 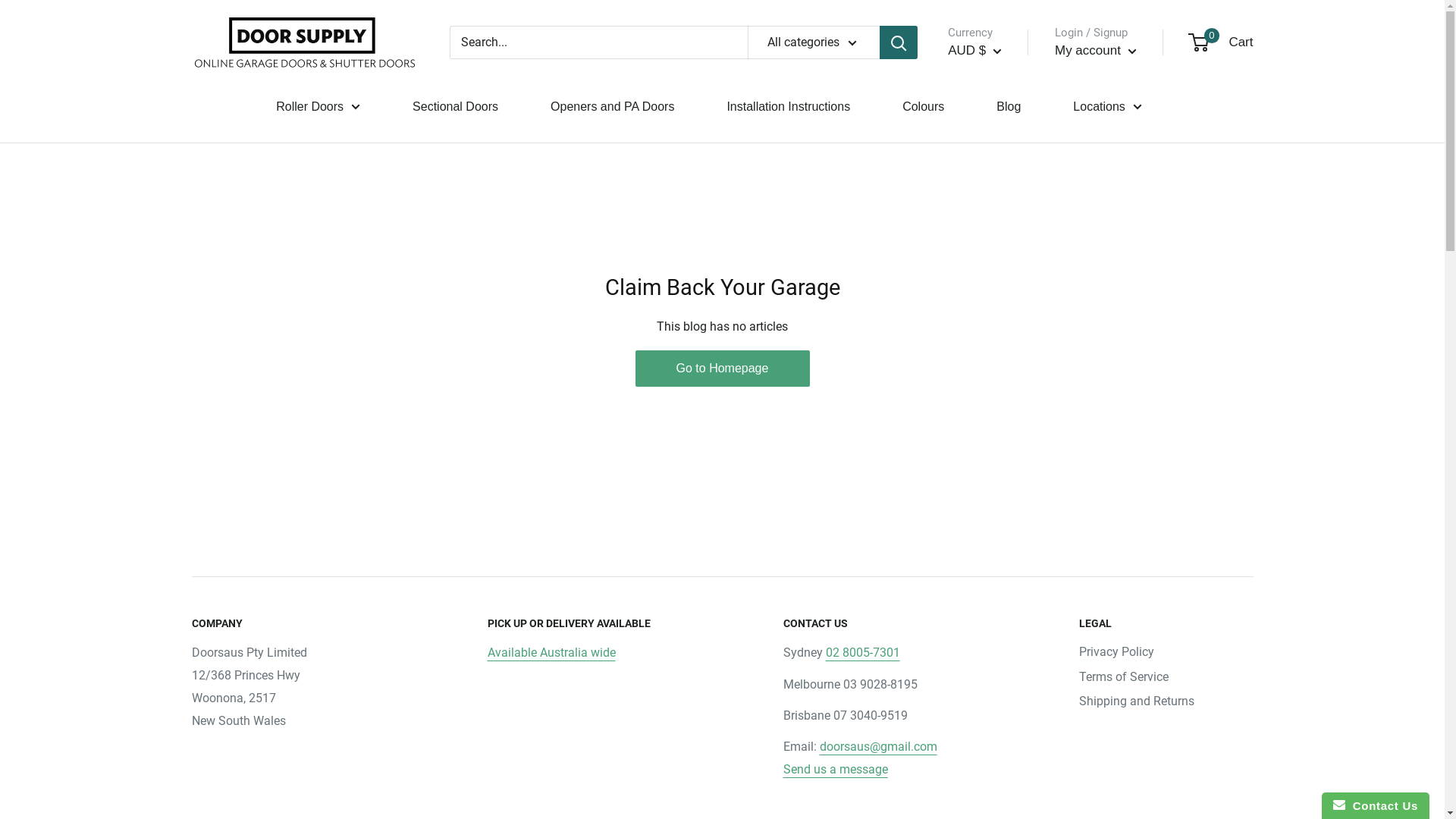 What do you see at coordinates (824, 651) in the screenshot?
I see `'02 8005-7301'` at bounding box center [824, 651].